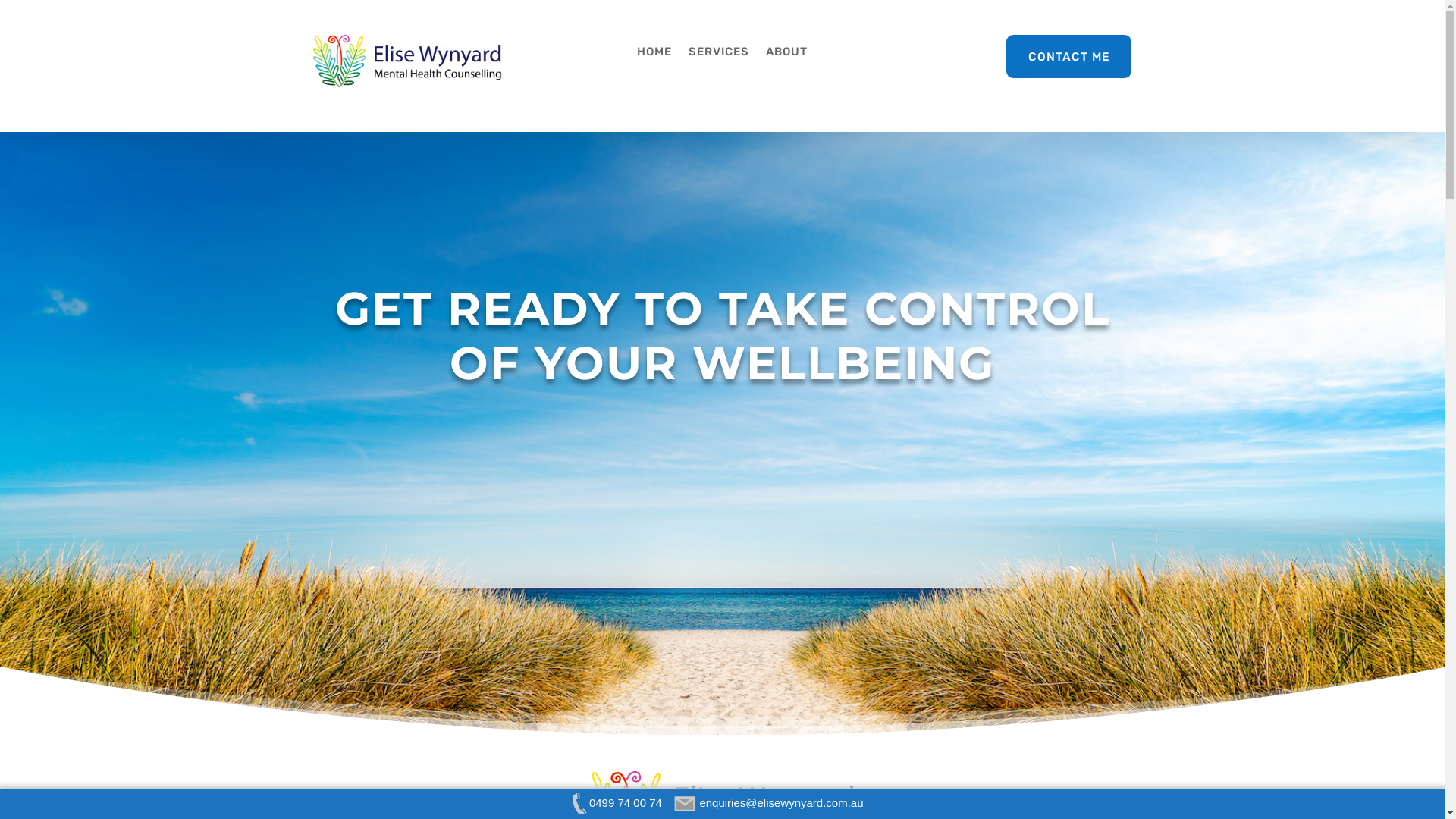 This screenshot has width=1456, height=819. What do you see at coordinates (717, 54) in the screenshot?
I see `'SERVICES'` at bounding box center [717, 54].